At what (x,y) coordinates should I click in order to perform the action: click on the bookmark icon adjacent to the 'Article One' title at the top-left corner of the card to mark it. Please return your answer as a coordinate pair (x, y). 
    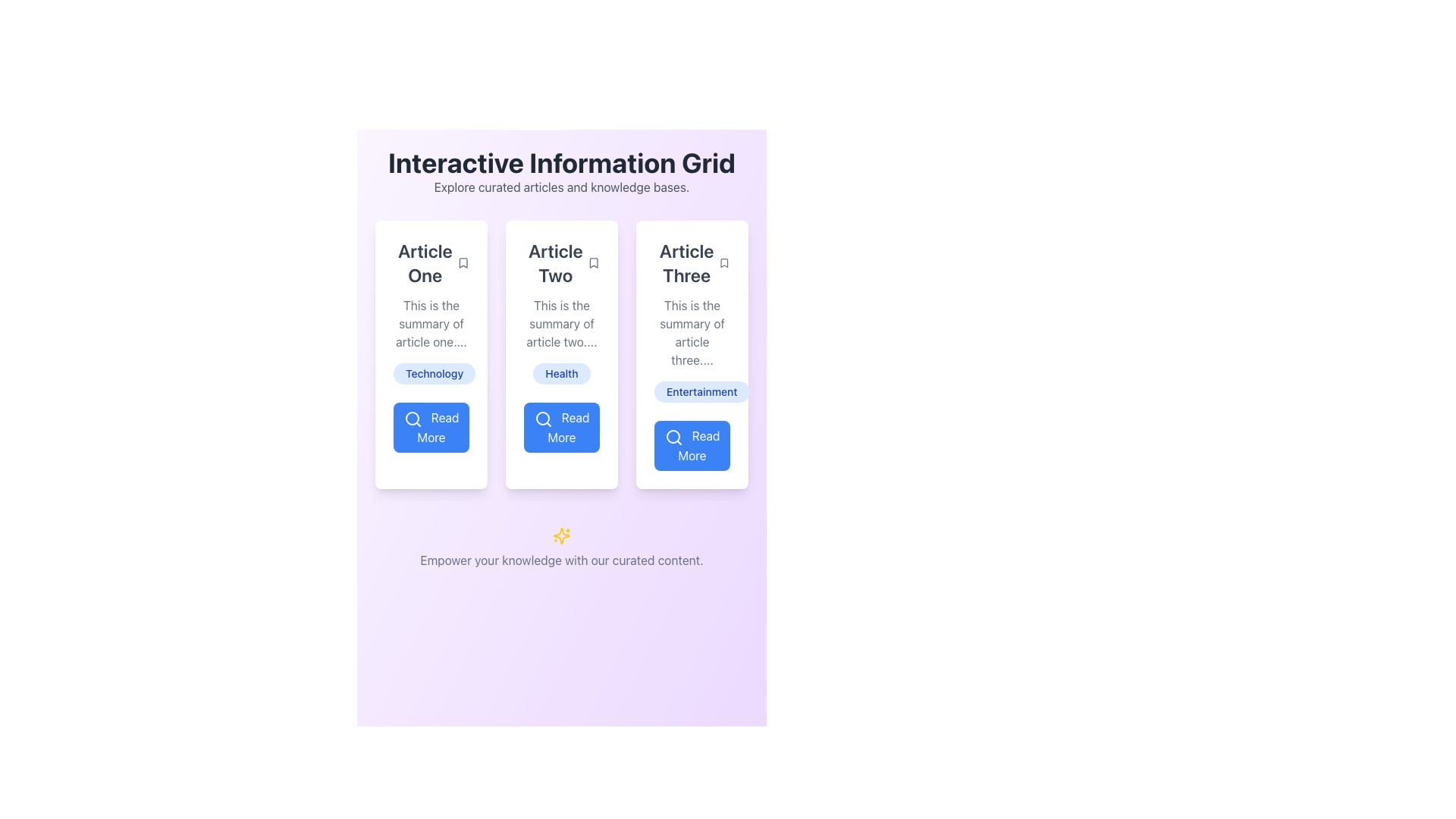
    Looking at the image, I should click on (431, 262).